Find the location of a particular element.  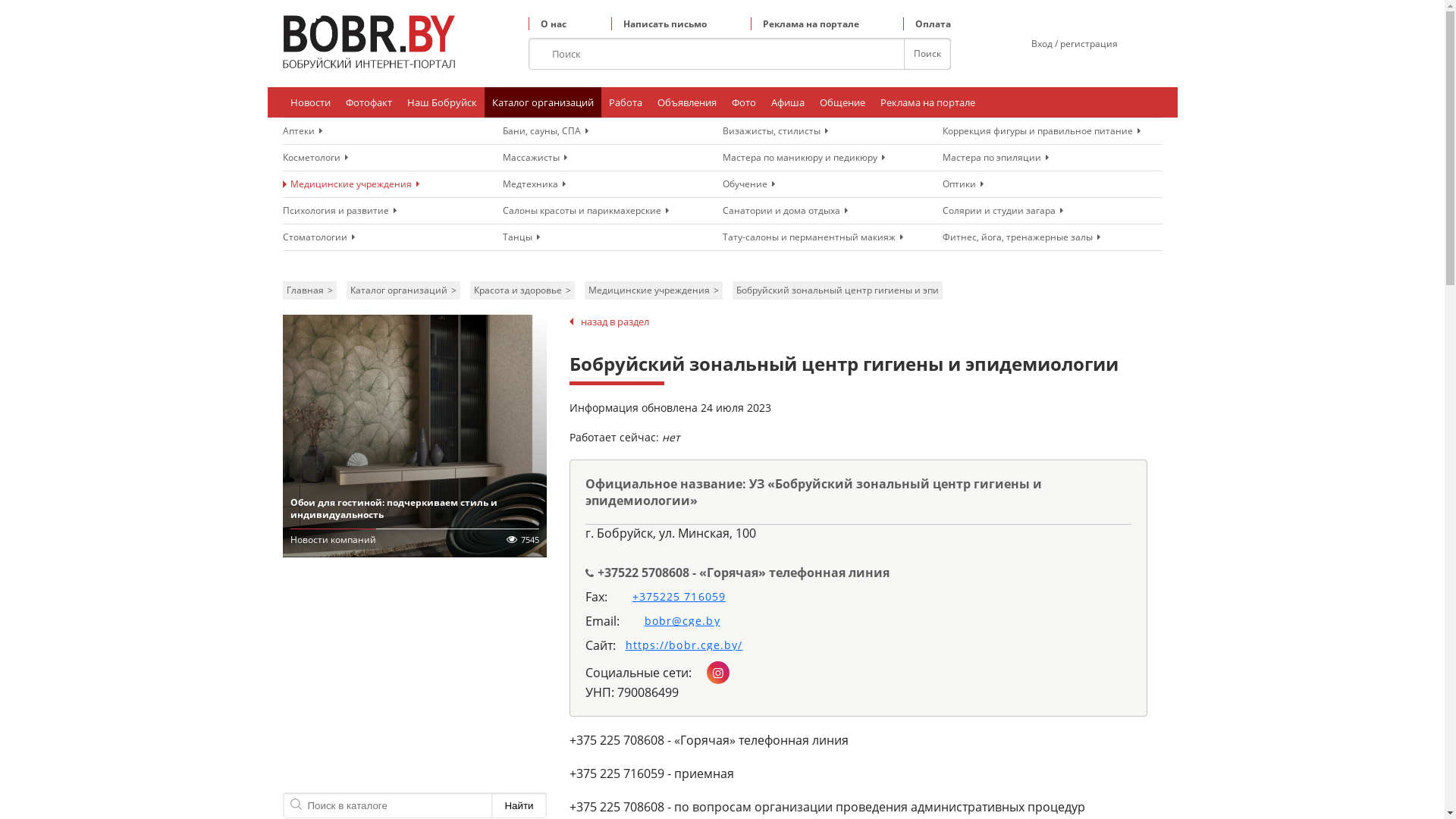

'https://bobr.cge.by/' is located at coordinates (679, 645).